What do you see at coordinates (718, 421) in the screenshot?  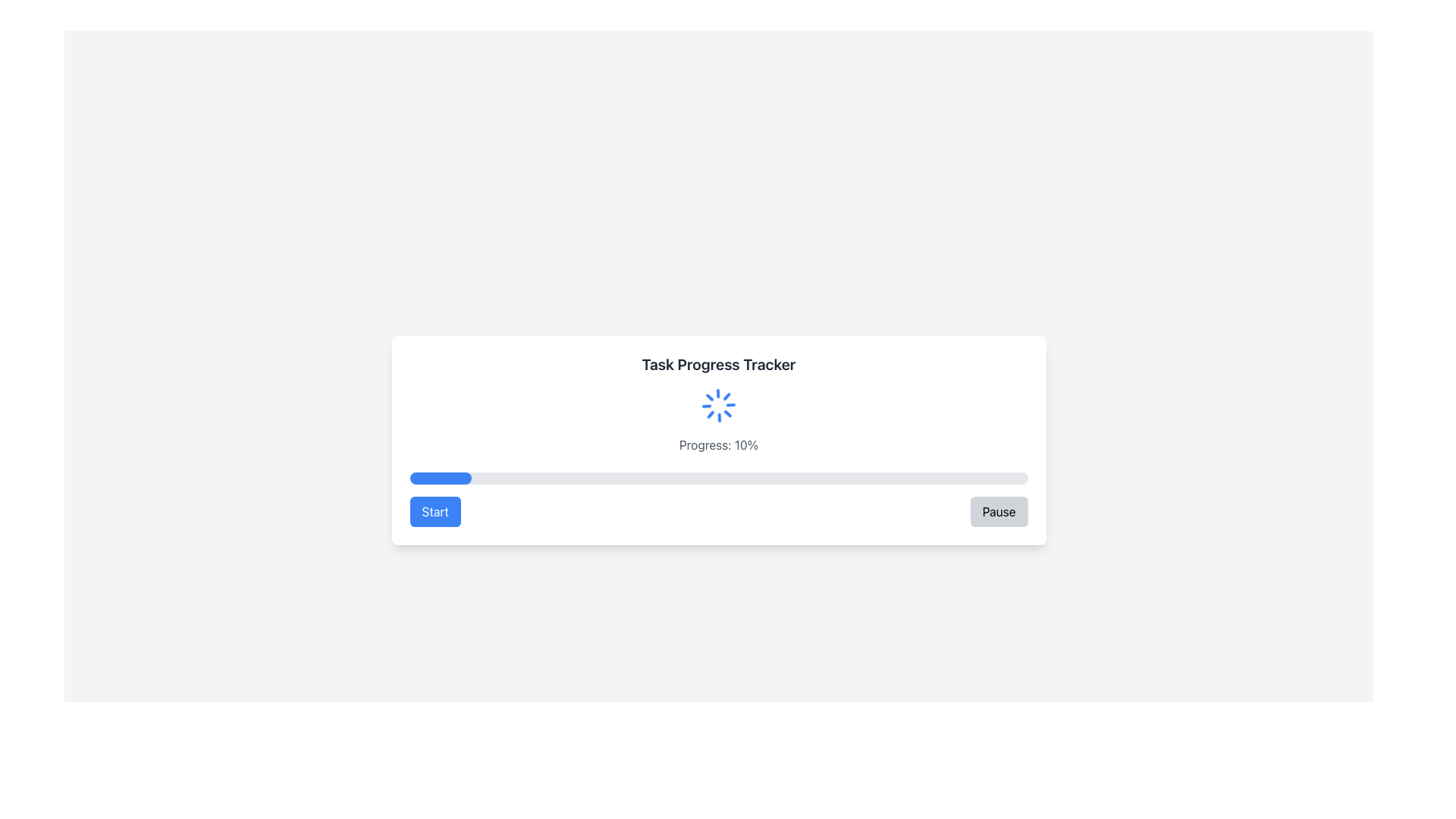 I see `the spinning loader component that displays 'Progress: 0%' below the heading 'Task Progress Tracker'` at bounding box center [718, 421].